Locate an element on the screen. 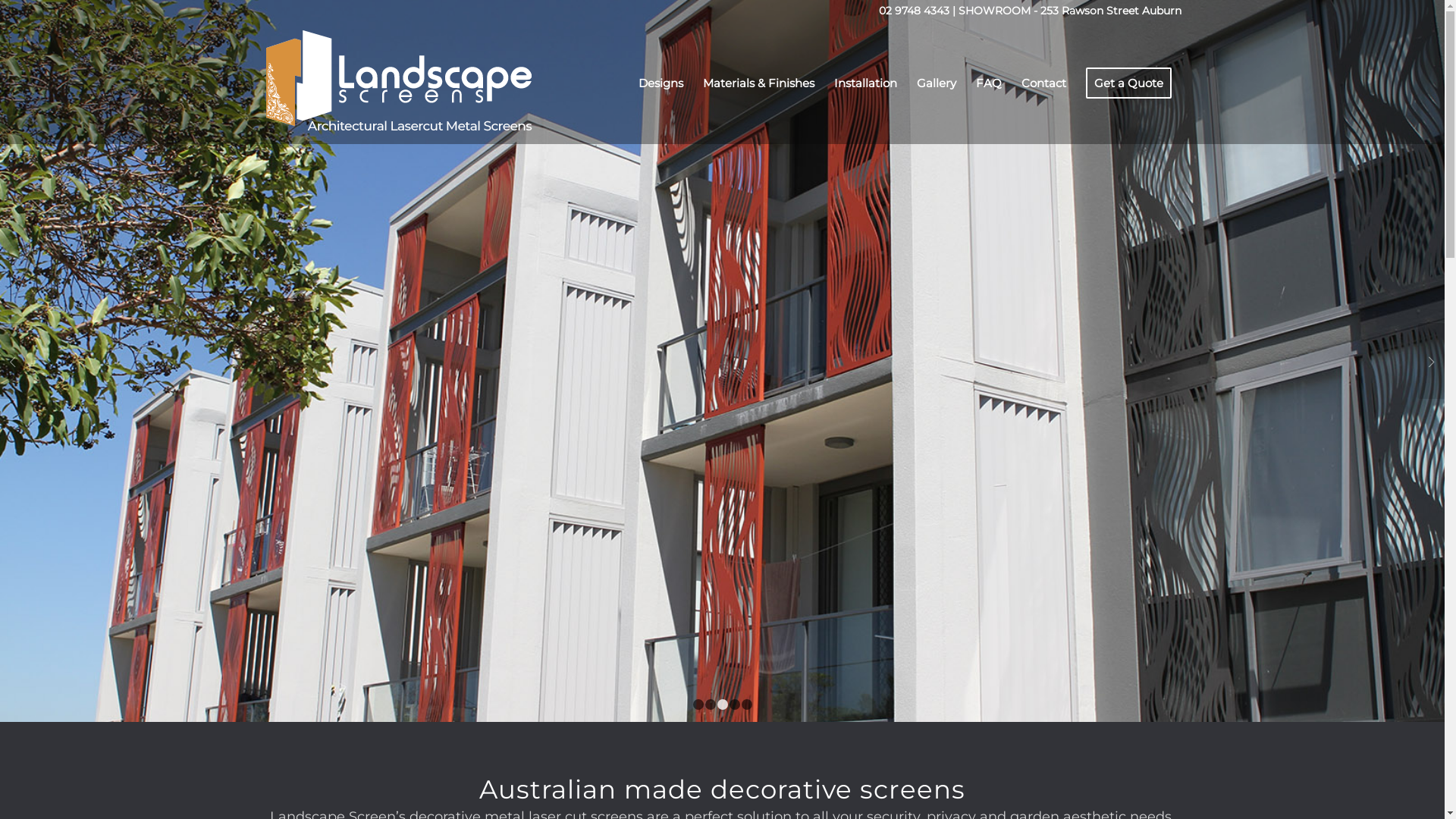 The width and height of the screenshot is (1456, 819). '5' is located at coordinates (746, 704).